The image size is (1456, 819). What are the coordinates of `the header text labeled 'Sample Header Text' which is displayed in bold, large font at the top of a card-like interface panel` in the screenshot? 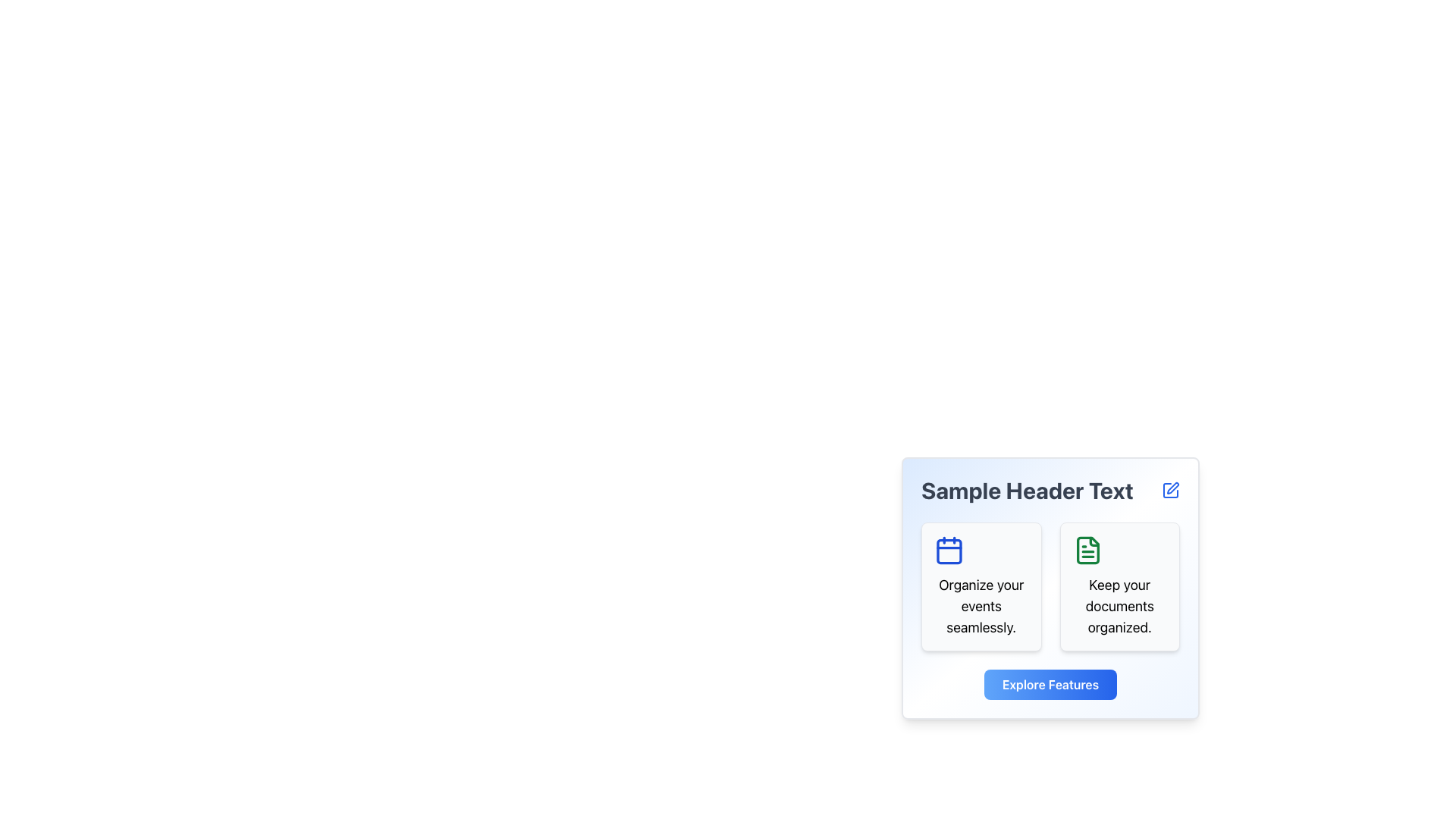 It's located at (1050, 491).